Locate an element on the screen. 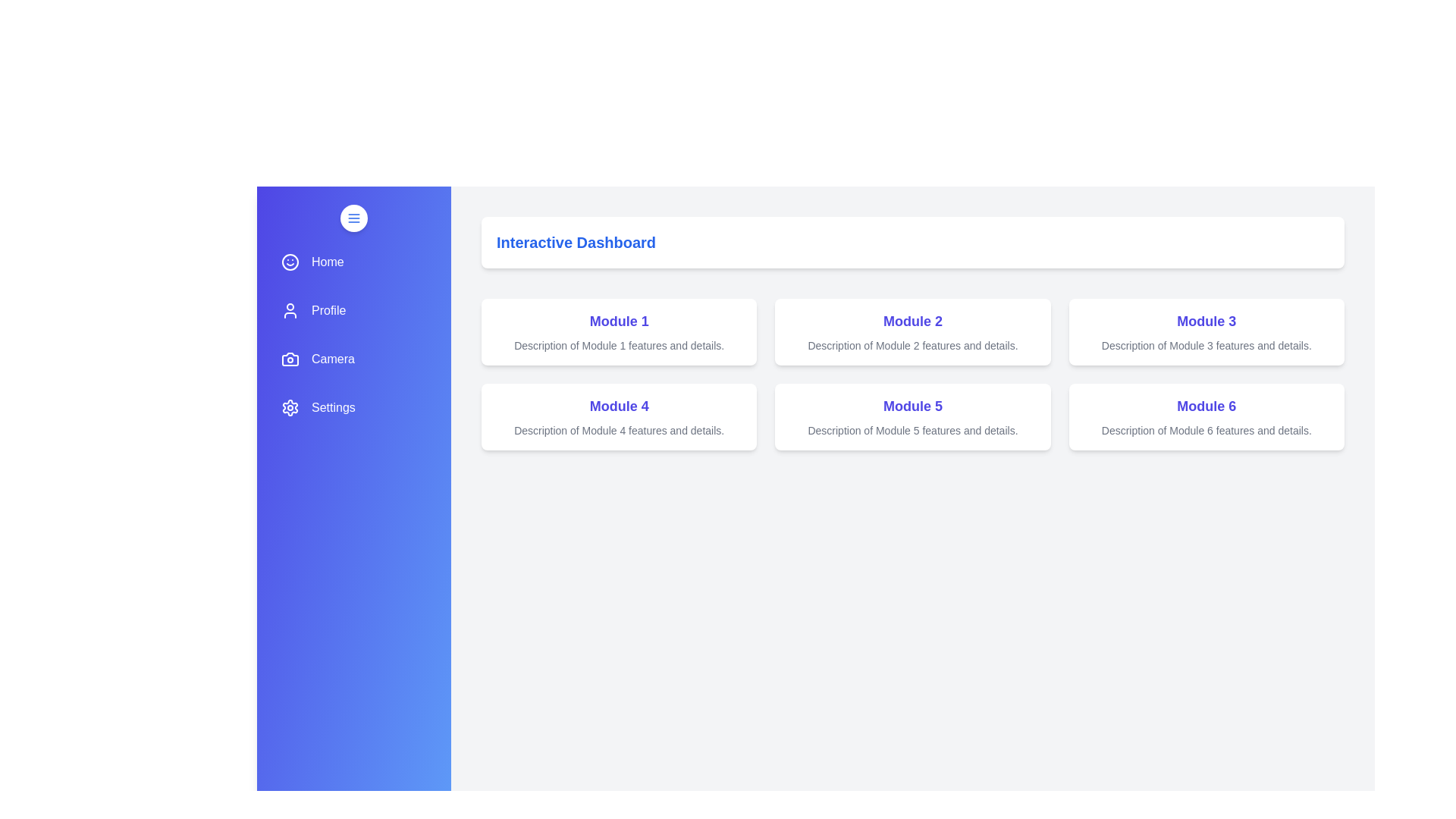 The image size is (1456, 819). text label displaying the title 'Module 3', which is bold, large-sized, and indigo-colored, centrally aligned within a white rectangular card is located at coordinates (1206, 321).